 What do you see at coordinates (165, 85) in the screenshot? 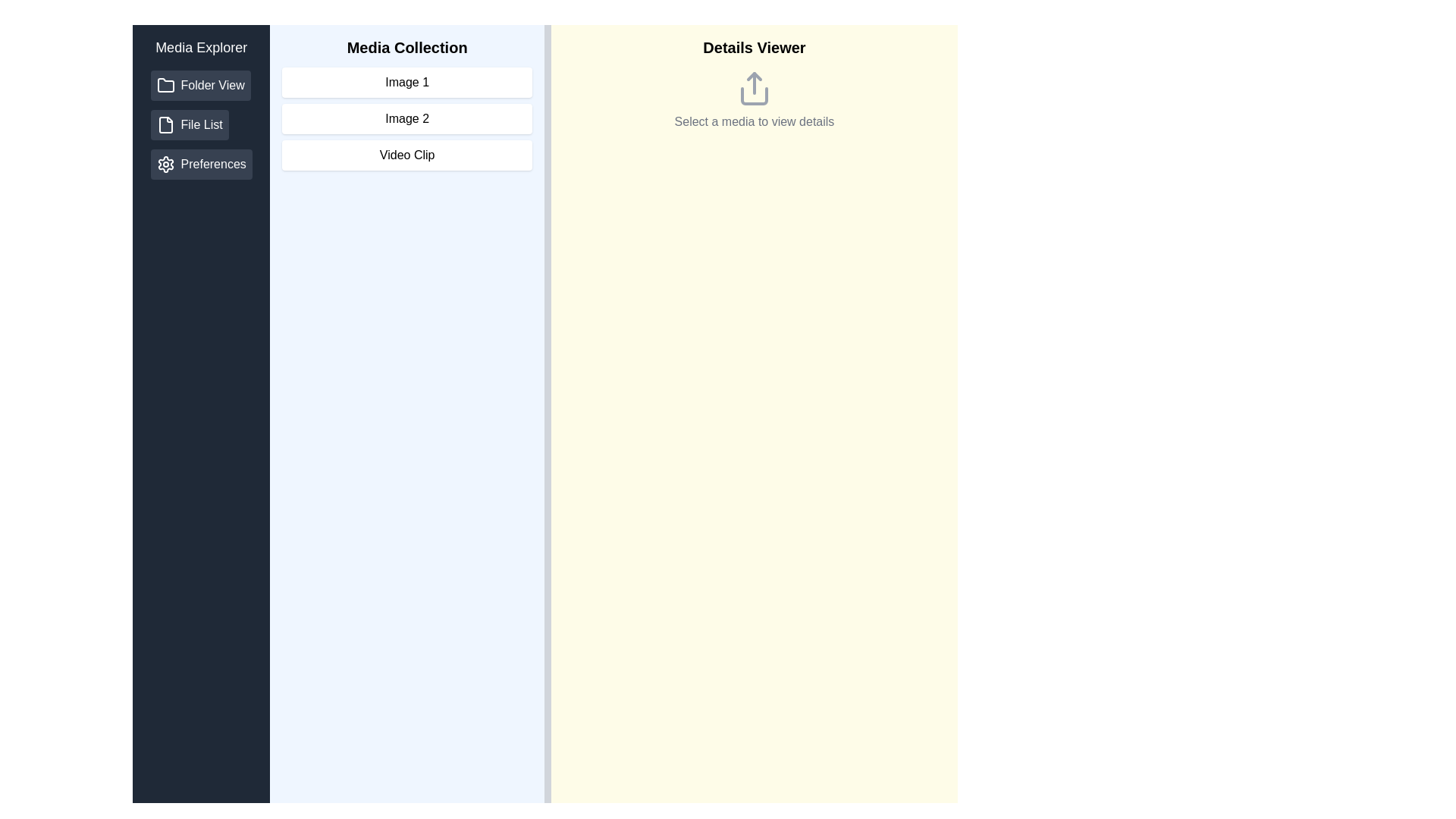
I see `the folder icon located at the top of the left-aligned sidebar next to the 'Folder View' label to interact with the folder view` at bounding box center [165, 85].